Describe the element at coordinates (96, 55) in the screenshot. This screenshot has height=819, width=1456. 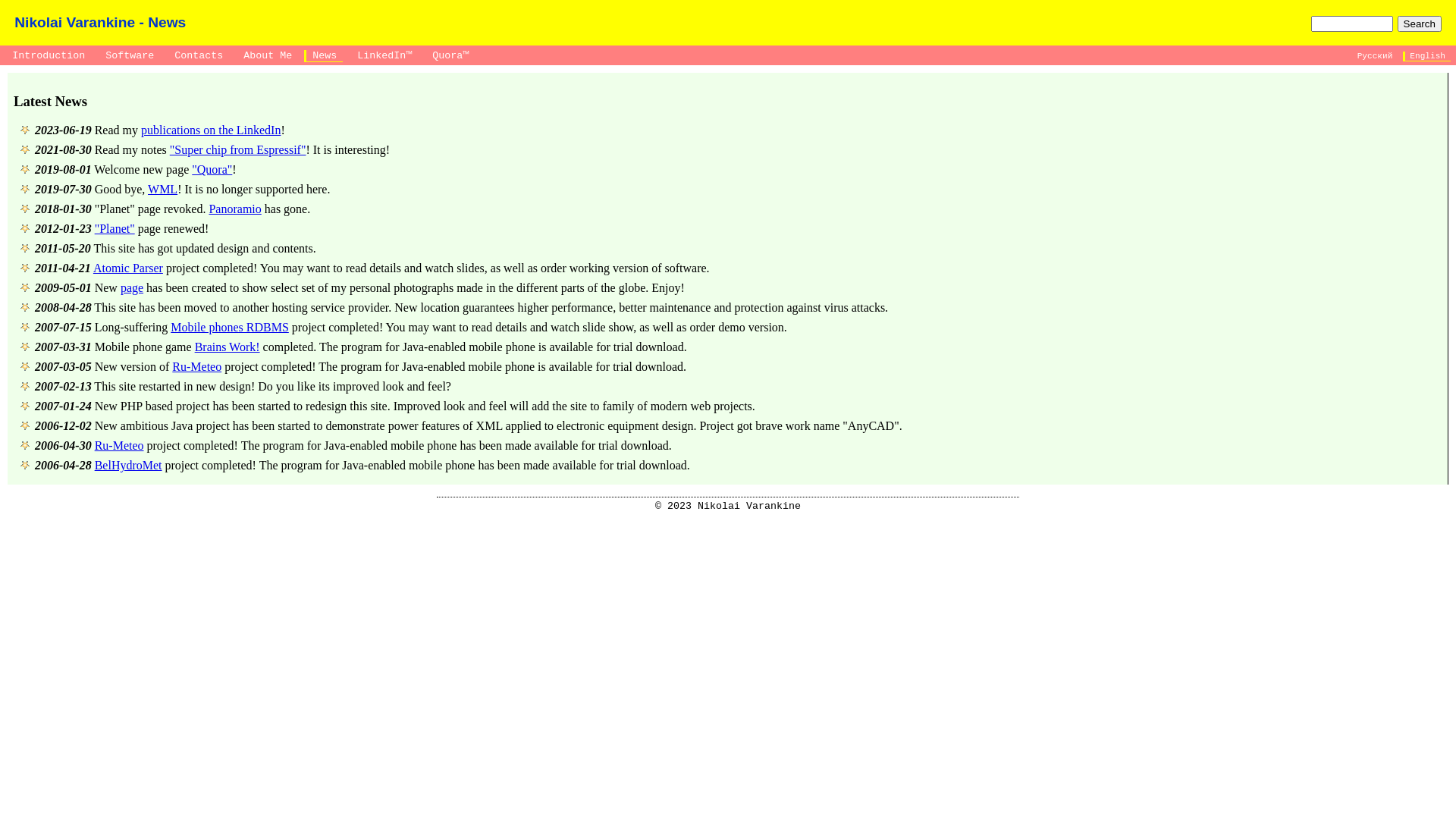
I see `' Software '` at that location.